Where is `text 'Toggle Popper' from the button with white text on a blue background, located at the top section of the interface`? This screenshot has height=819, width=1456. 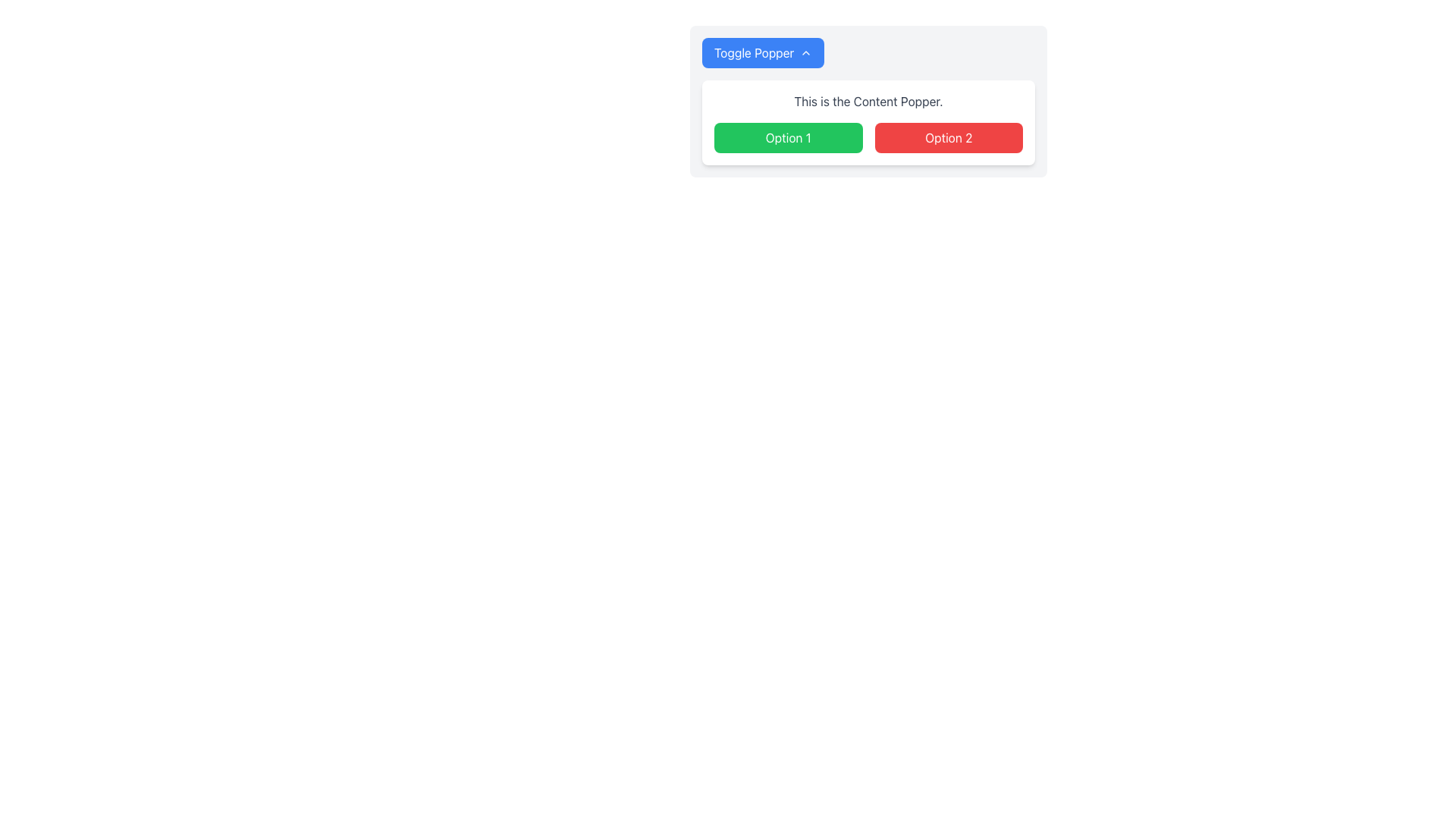 text 'Toggle Popper' from the button with white text on a blue background, located at the top section of the interface is located at coordinates (754, 52).